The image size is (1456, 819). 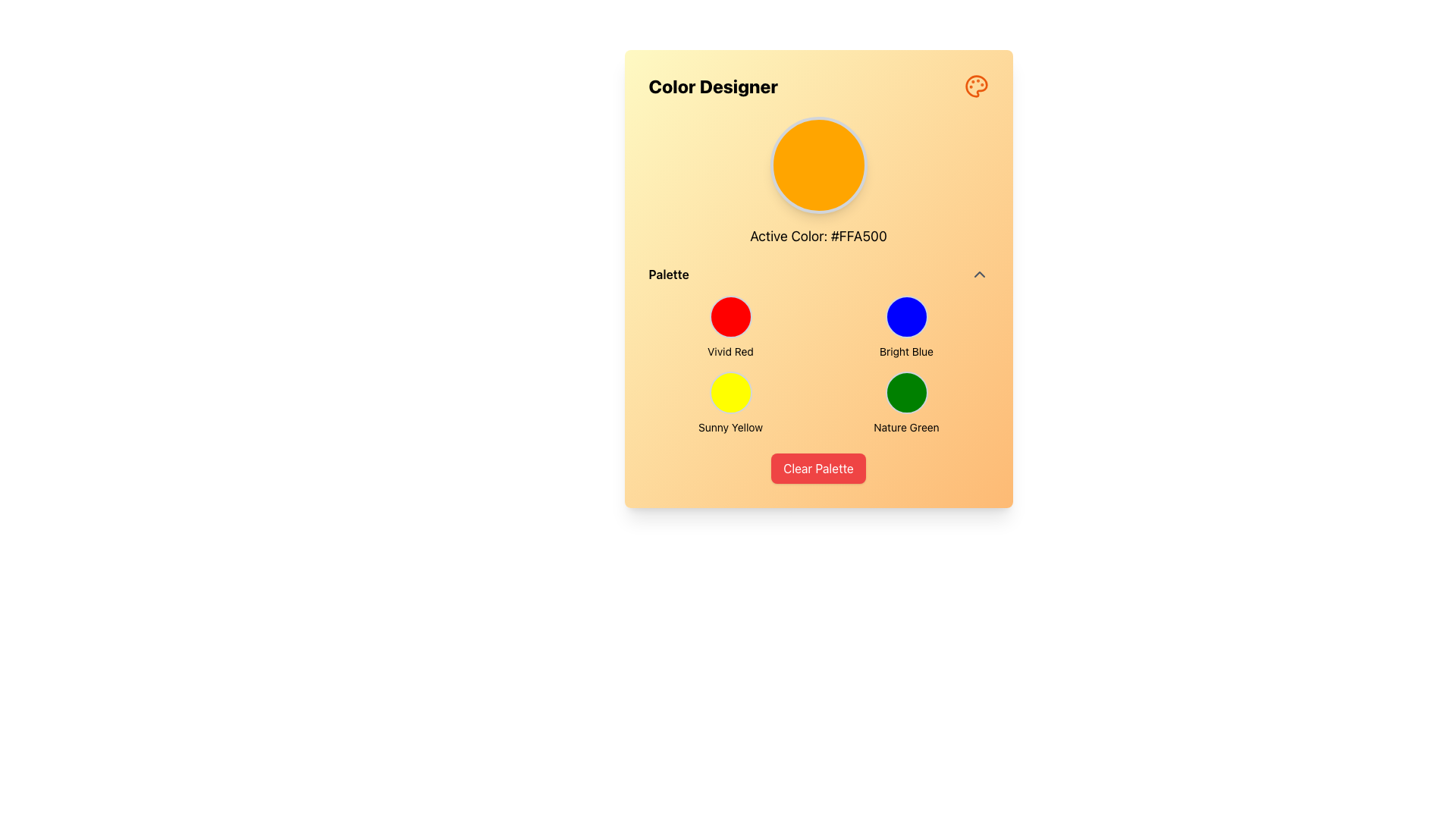 I want to click on the text label displaying 'Nature Green', located beneath the green circular element in the color palette section, so click(x=906, y=427).